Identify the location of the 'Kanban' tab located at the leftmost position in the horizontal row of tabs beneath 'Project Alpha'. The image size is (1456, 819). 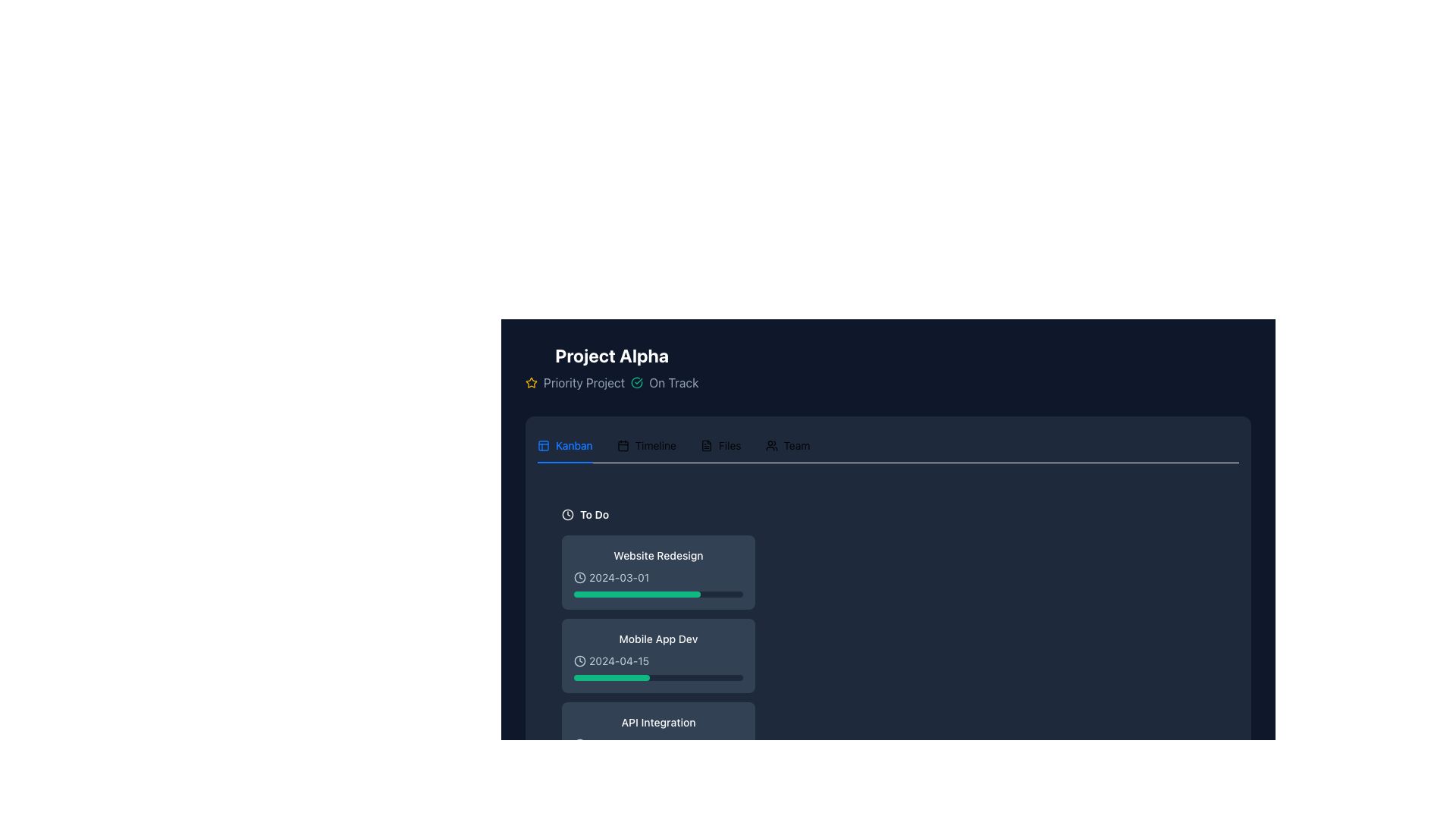
(564, 444).